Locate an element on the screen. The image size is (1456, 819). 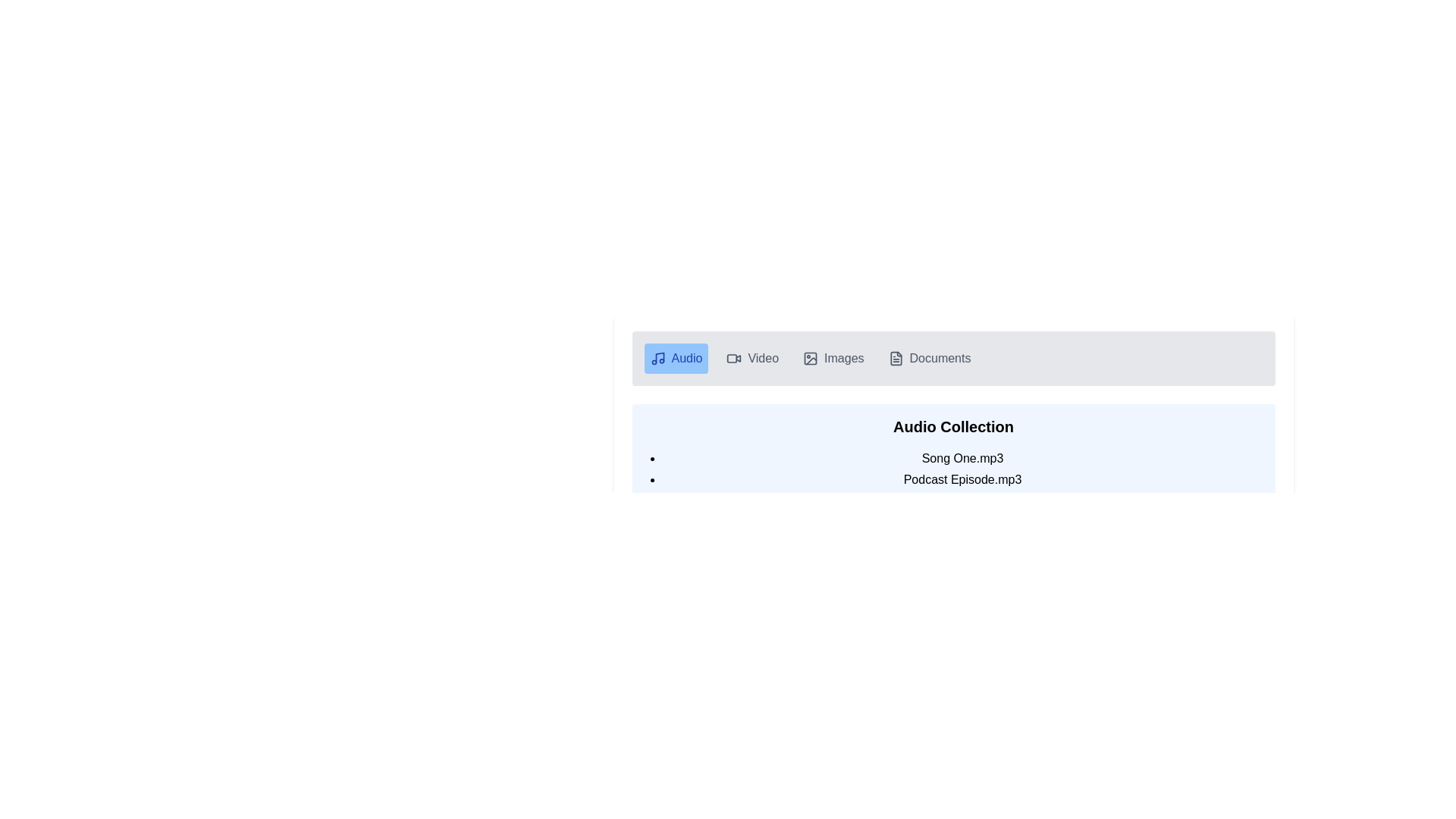
the 'Images' button, which is the third button in a row of four buttons is located at coordinates (833, 359).